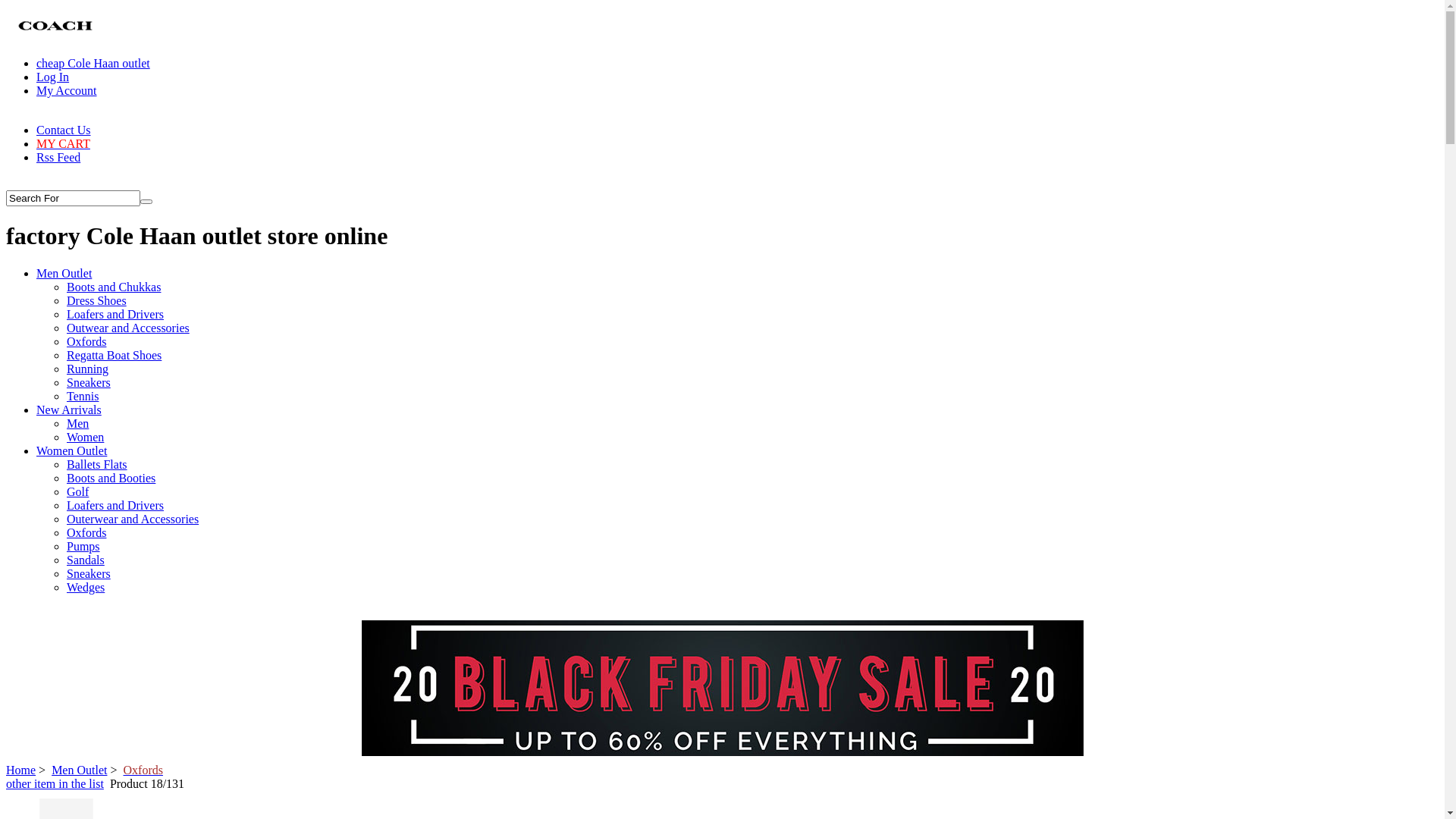 This screenshot has height=819, width=1456. I want to click on 'Golf', so click(65, 491).